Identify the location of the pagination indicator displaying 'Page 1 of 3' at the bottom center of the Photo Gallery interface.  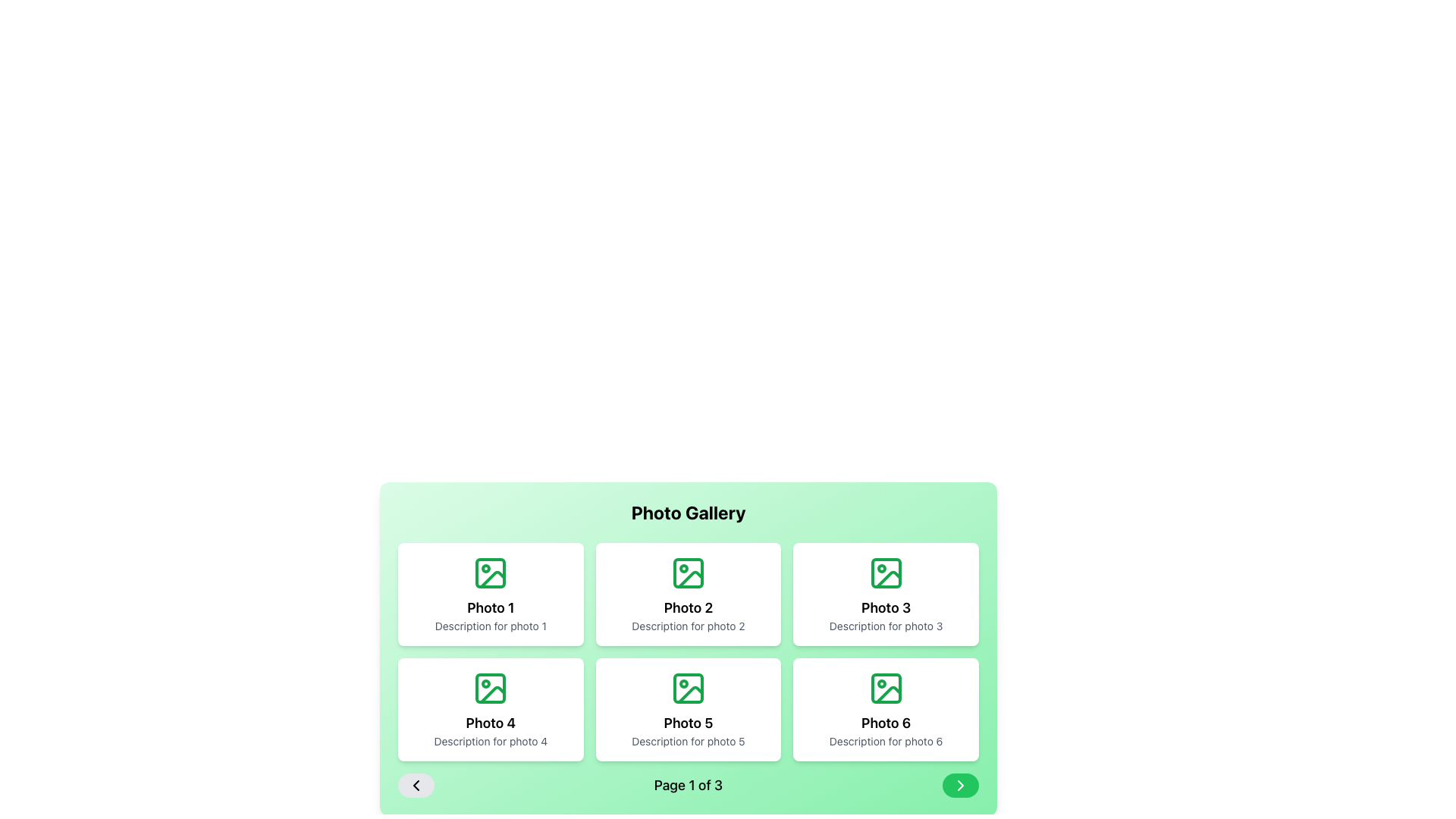
(687, 785).